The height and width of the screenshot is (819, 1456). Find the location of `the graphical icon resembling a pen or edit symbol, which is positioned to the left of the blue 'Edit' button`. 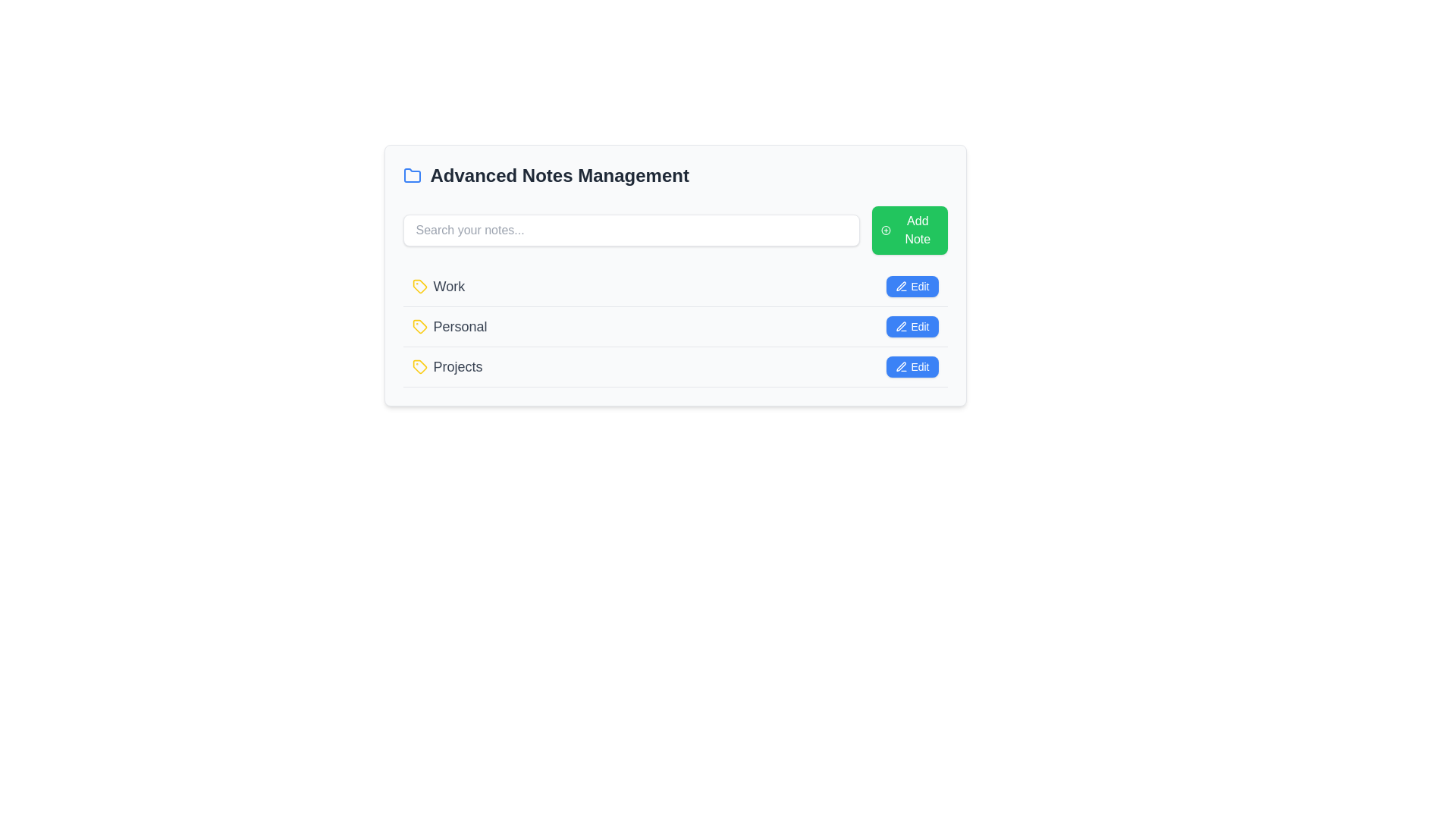

the graphical icon resembling a pen or edit symbol, which is positioned to the left of the blue 'Edit' button is located at coordinates (902, 286).